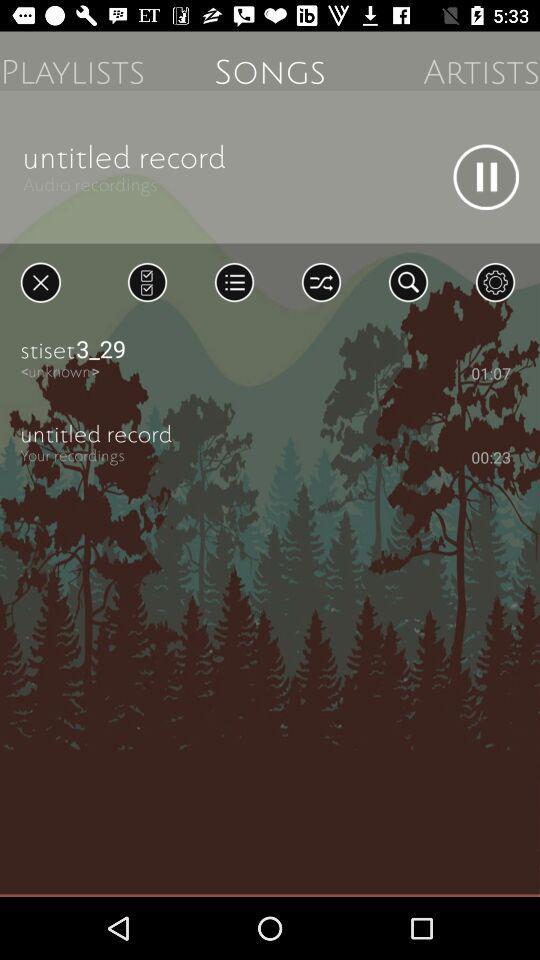 This screenshot has height=960, width=540. What do you see at coordinates (407, 281) in the screenshot?
I see `the search icon` at bounding box center [407, 281].